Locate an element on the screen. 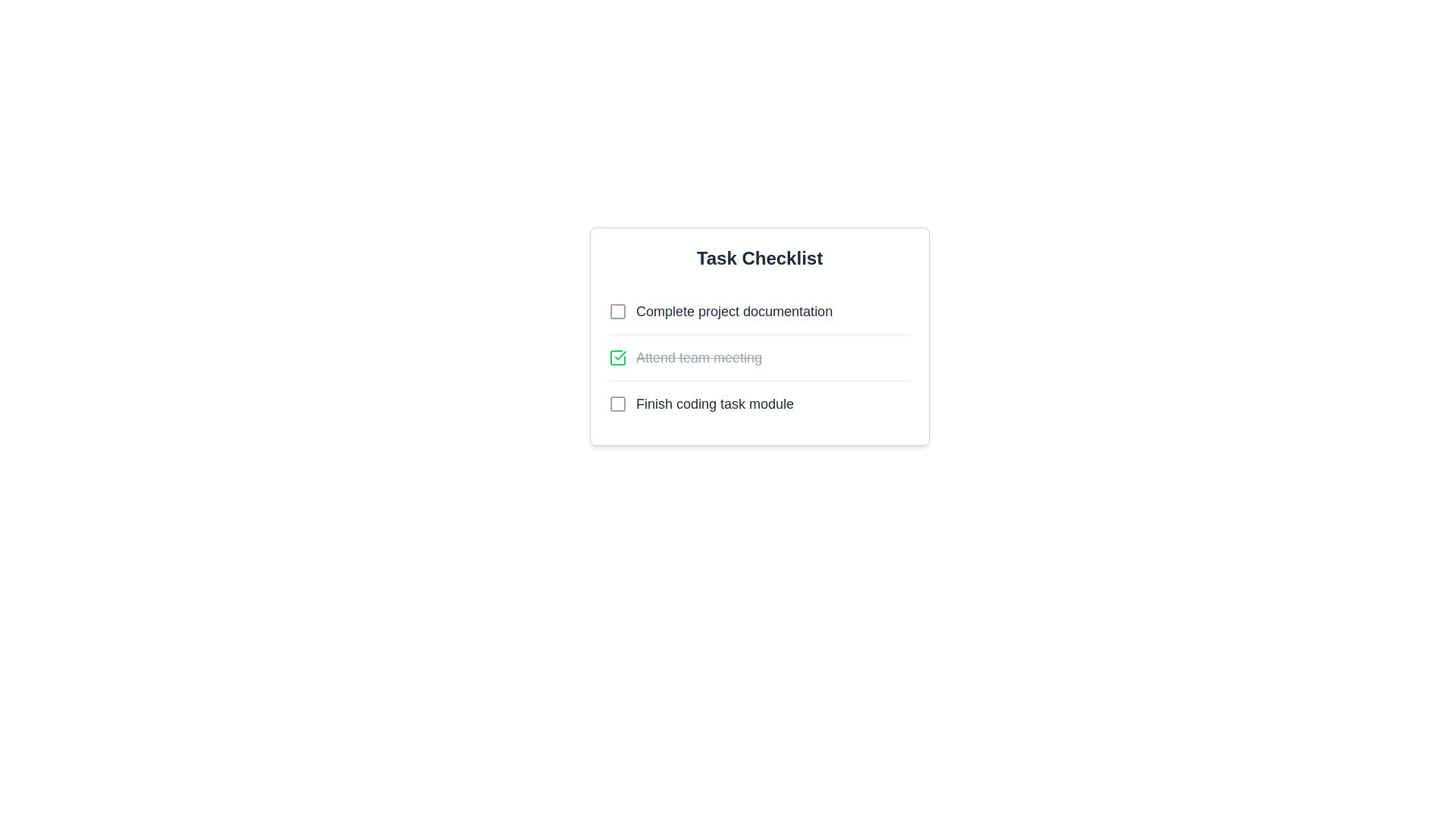  the green checkbox with a checkmark, located to the left of the text 'Attend team meeting' is located at coordinates (618, 357).